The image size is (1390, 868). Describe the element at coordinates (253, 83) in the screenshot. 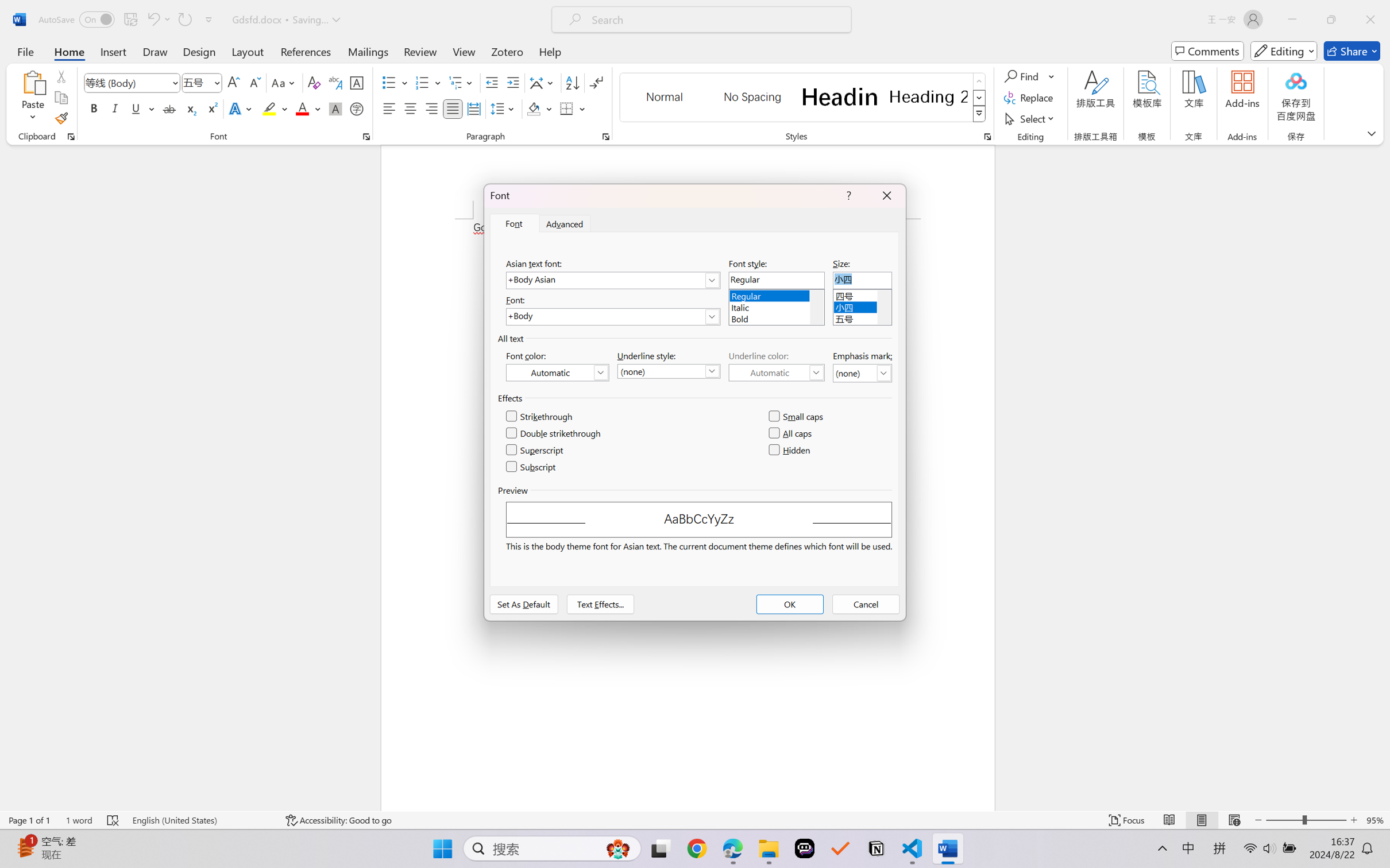

I see `'Shrink Font'` at that location.